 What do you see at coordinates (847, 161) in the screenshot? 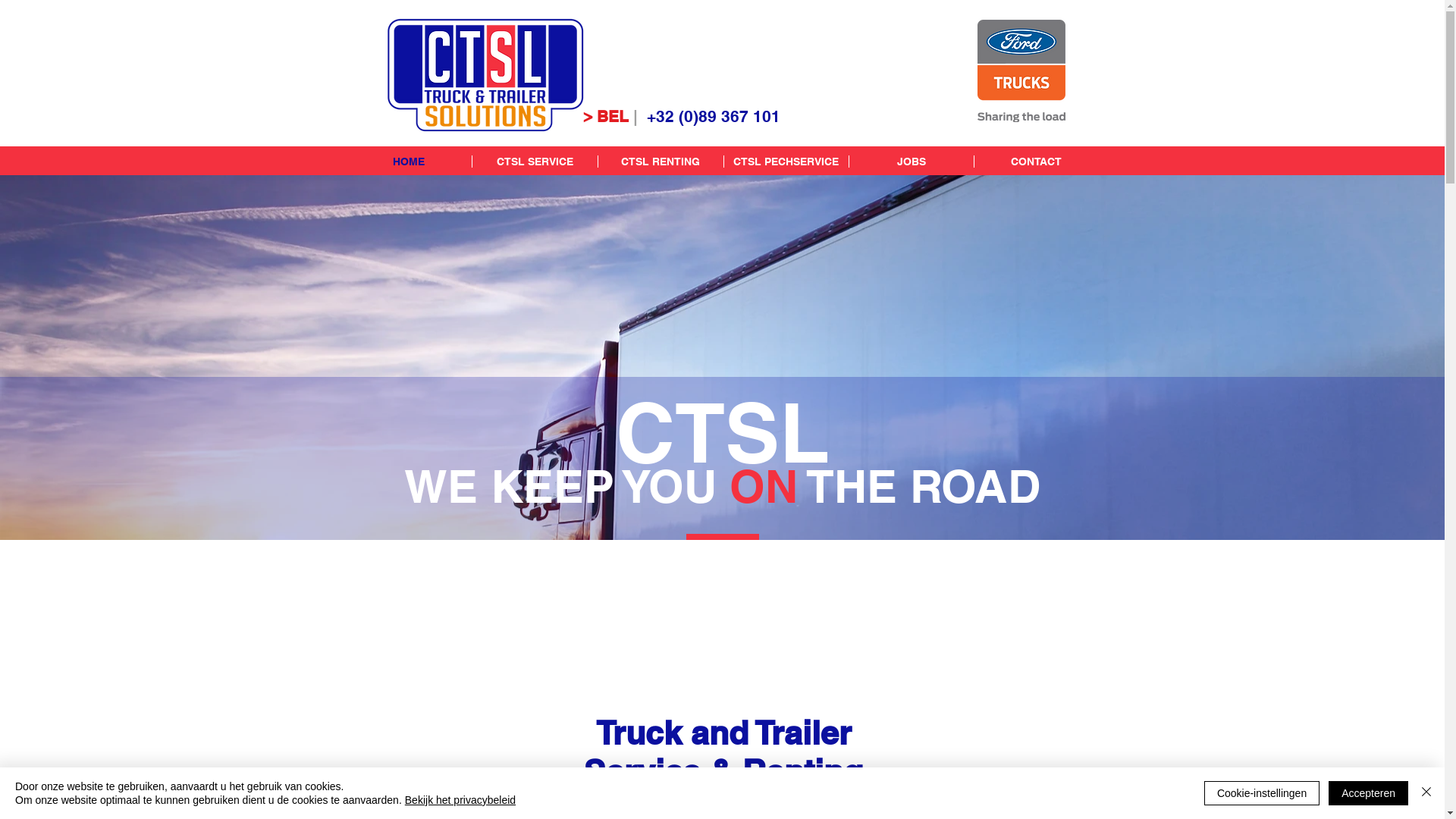
I see `'JOBS'` at bounding box center [847, 161].